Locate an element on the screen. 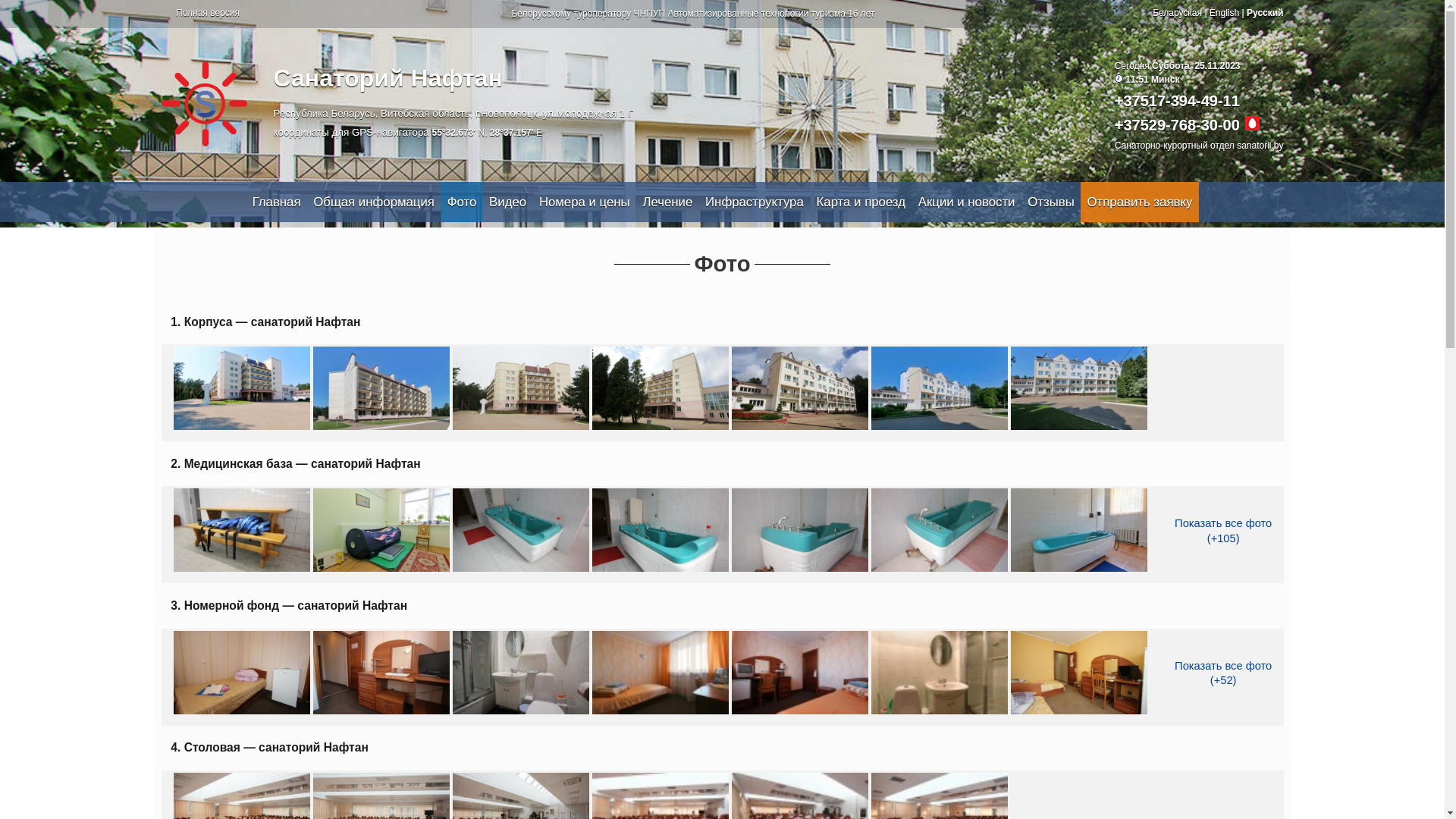 Image resolution: width=1456 pixels, height=819 pixels. '+37529-768-30-00' is located at coordinates (1176, 124).